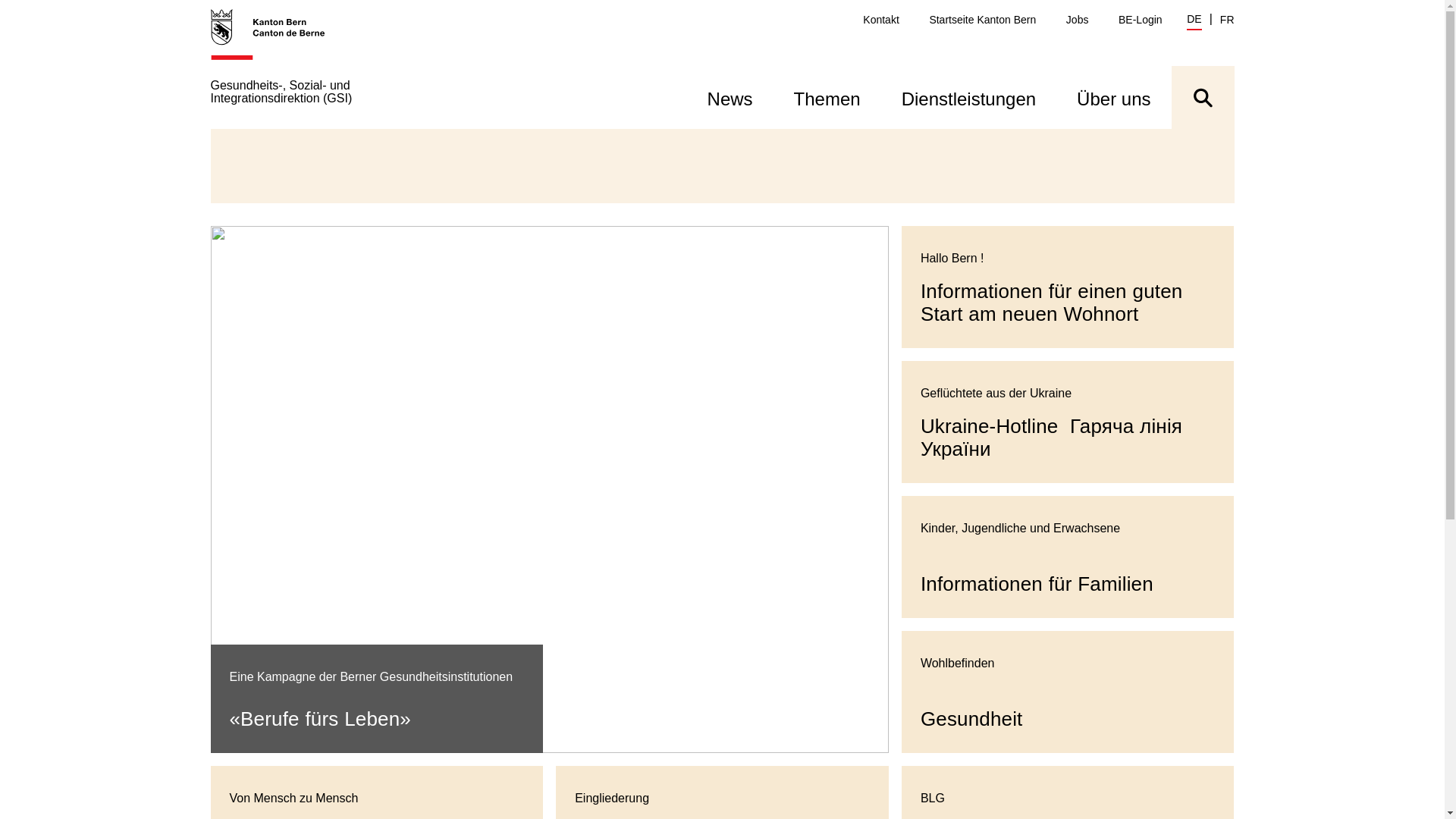  What do you see at coordinates (1140, 20) in the screenshot?
I see `'BE-Login'` at bounding box center [1140, 20].